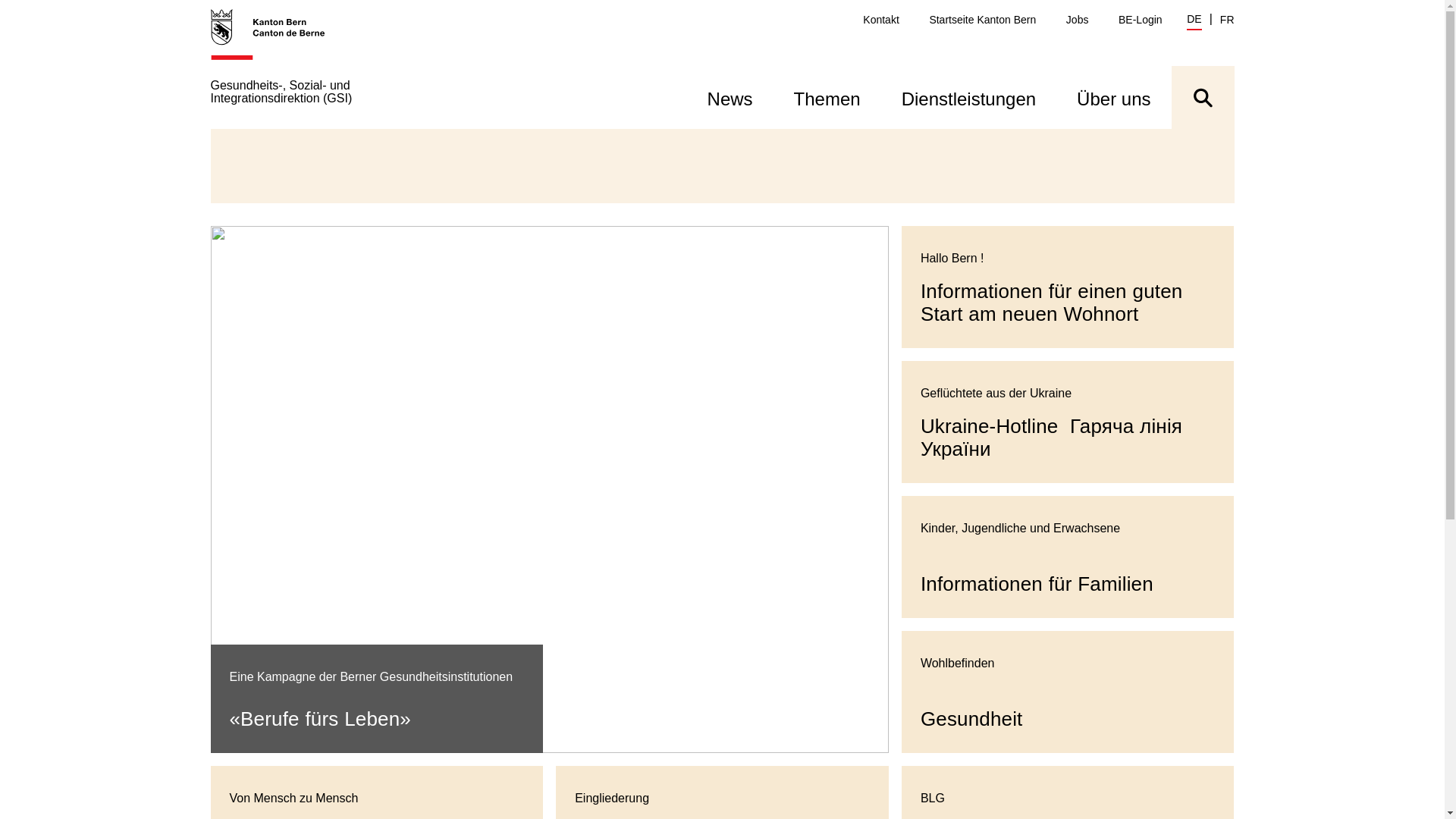  What do you see at coordinates (1140, 20) in the screenshot?
I see `'BE-Login'` at bounding box center [1140, 20].